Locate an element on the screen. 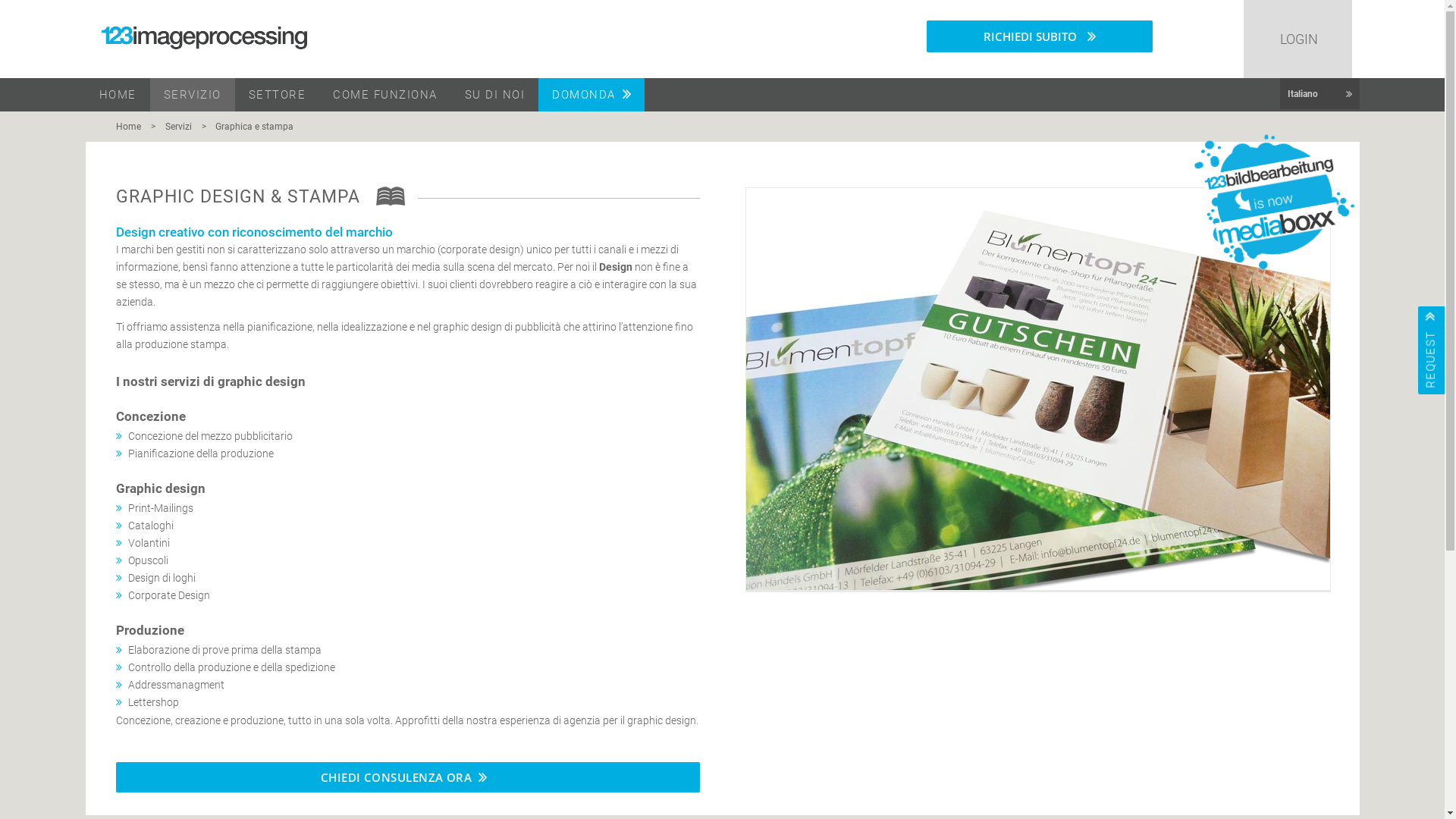 Image resolution: width=1456 pixels, height=819 pixels. ' LOGIN' is located at coordinates (1296, 38).